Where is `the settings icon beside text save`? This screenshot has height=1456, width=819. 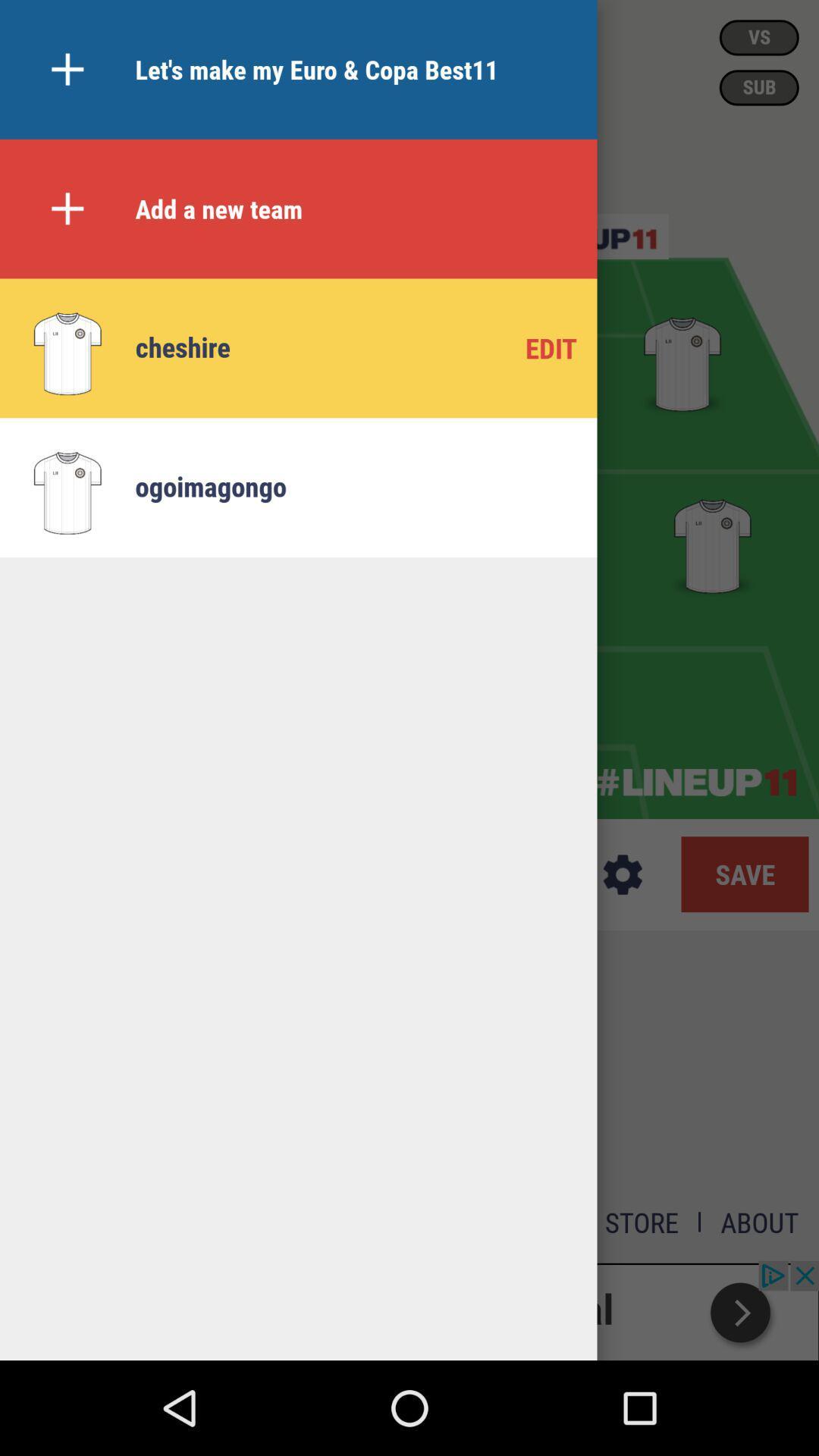 the settings icon beside text save is located at coordinates (623, 874).